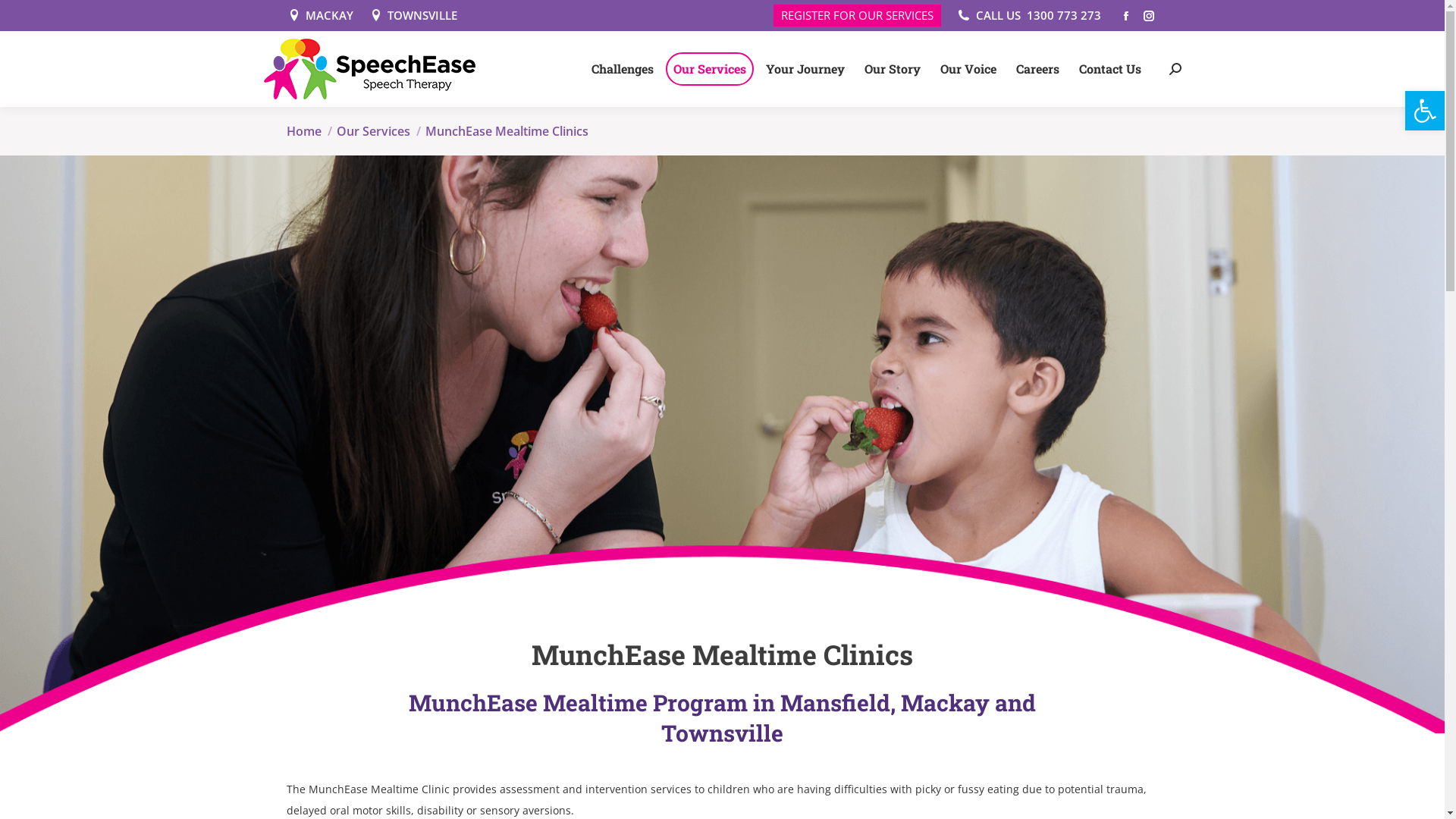 The image size is (1456, 819). What do you see at coordinates (857, 15) in the screenshot?
I see `'REGISTER FOR OUR SERVICES'` at bounding box center [857, 15].